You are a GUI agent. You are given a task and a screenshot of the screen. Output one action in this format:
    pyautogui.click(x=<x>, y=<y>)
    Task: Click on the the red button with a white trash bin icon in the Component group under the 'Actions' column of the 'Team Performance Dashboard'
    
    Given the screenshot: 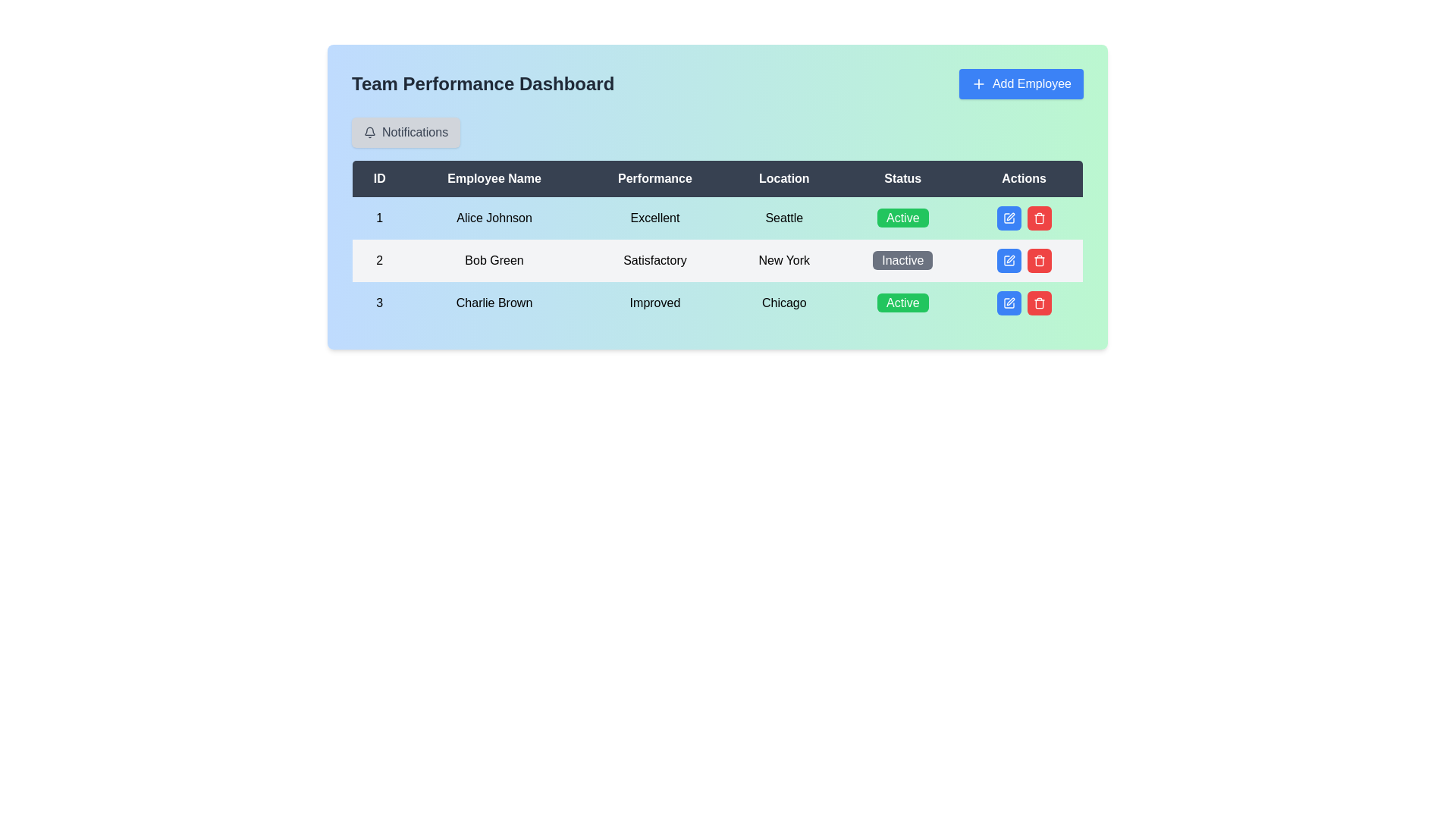 What is the action you would take?
    pyautogui.click(x=1024, y=303)
    